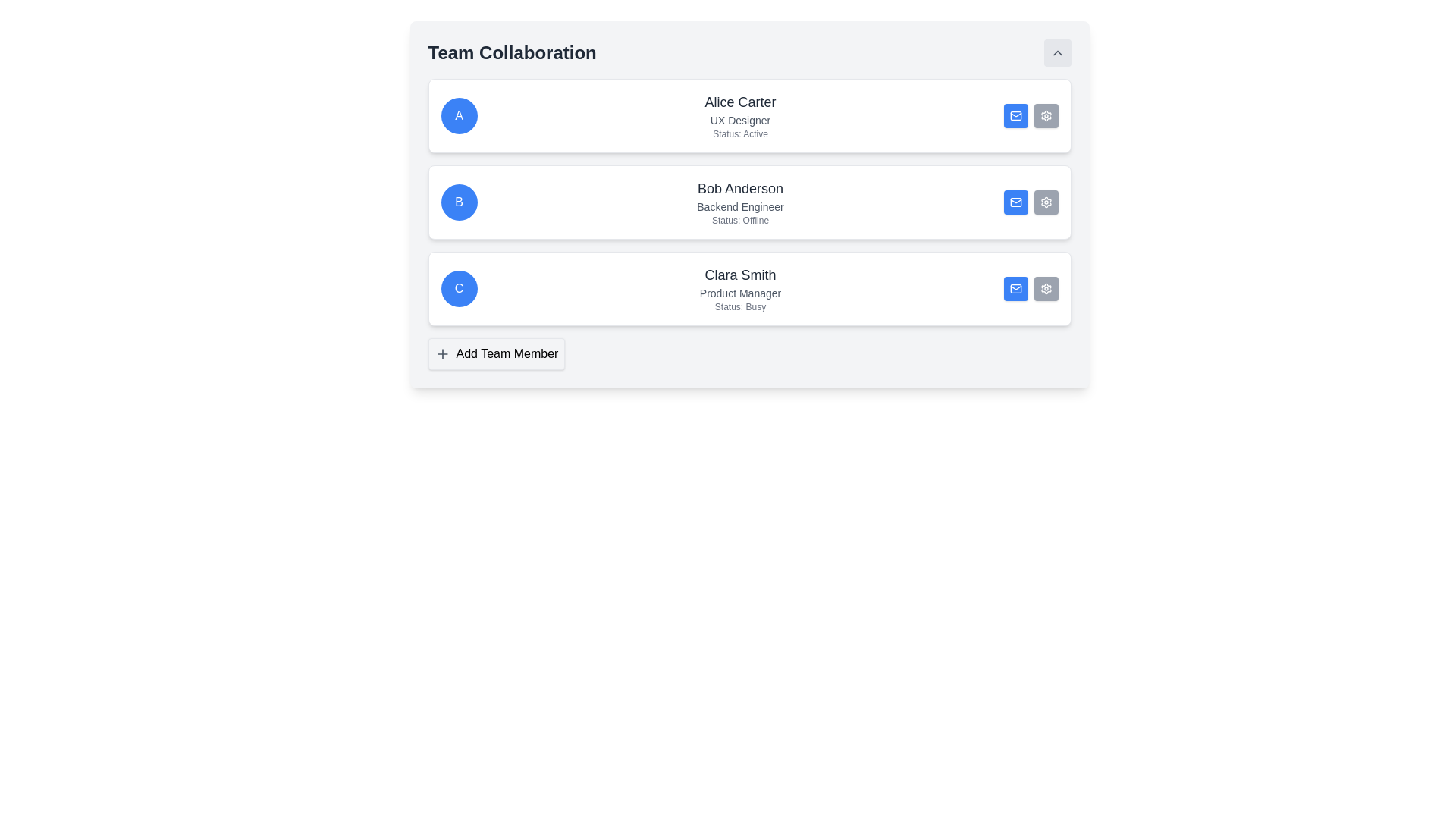 The image size is (1456, 819). What do you see at coordinates (1015, 289) in the screenshot?
I see `the blue button with a white mail icon located to the left of the gray settings button in the bottom row of team members, next to Clara Smith's name` at bounding box center [1015, 289].